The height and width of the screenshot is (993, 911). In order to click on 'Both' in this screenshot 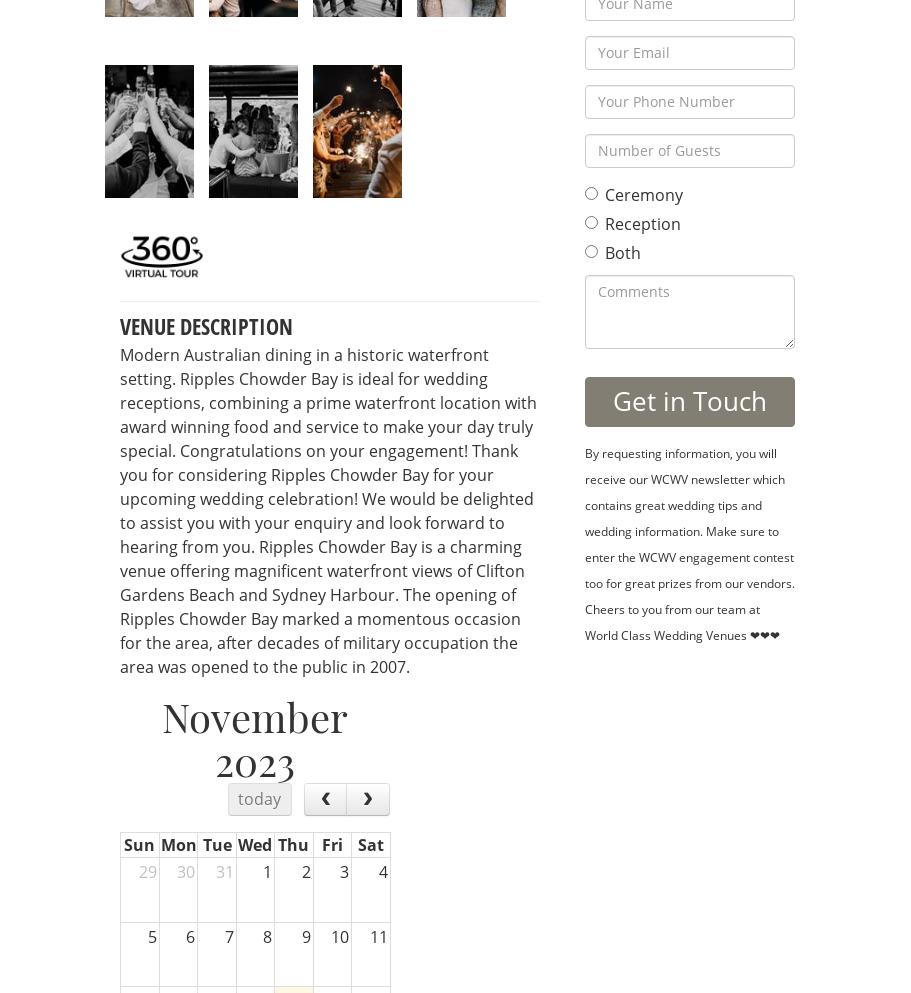, I will do `click(622, 251)`.